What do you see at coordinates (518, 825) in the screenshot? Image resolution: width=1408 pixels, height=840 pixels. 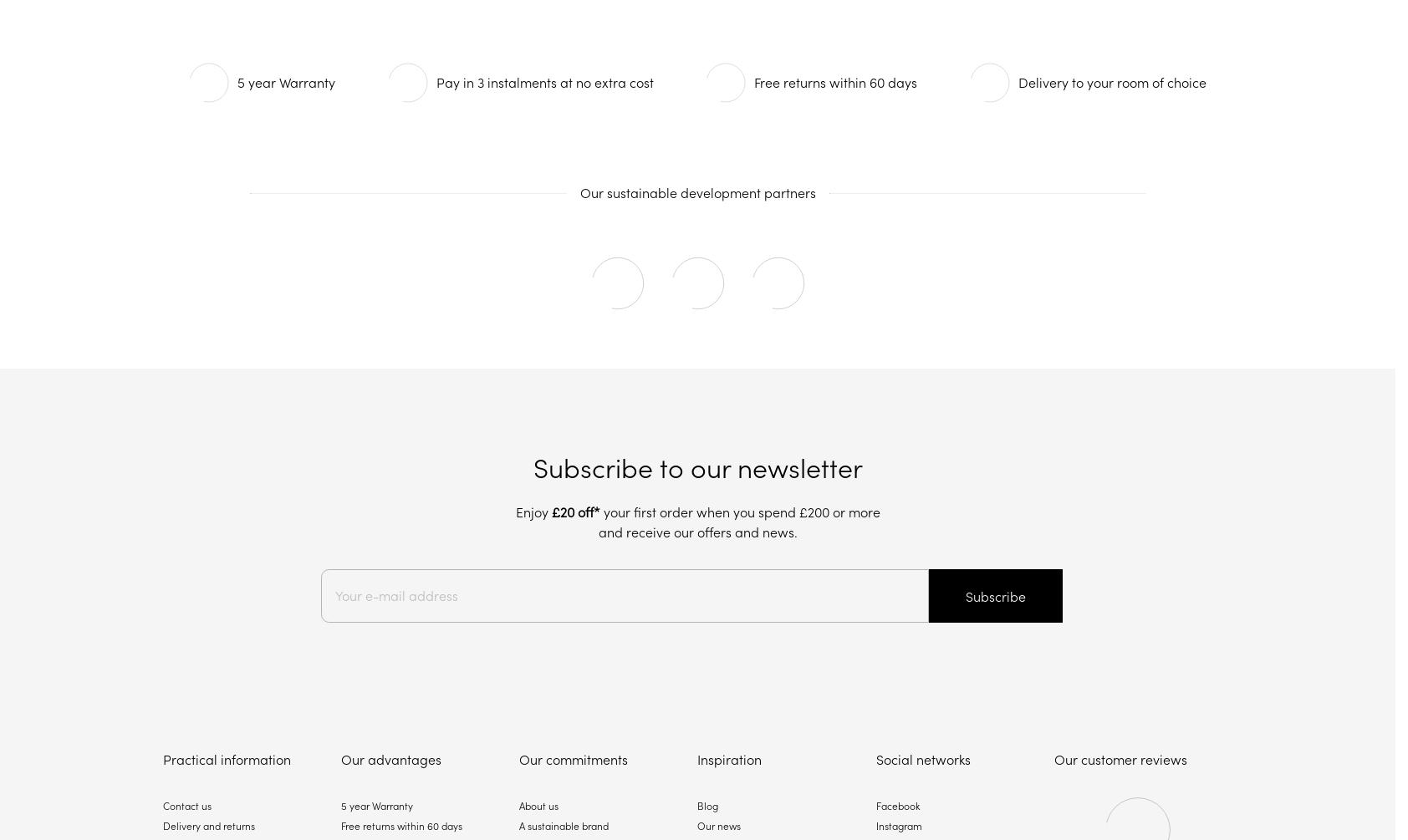 I see `'A sustainable brand'` at bounding box center [518, 825].